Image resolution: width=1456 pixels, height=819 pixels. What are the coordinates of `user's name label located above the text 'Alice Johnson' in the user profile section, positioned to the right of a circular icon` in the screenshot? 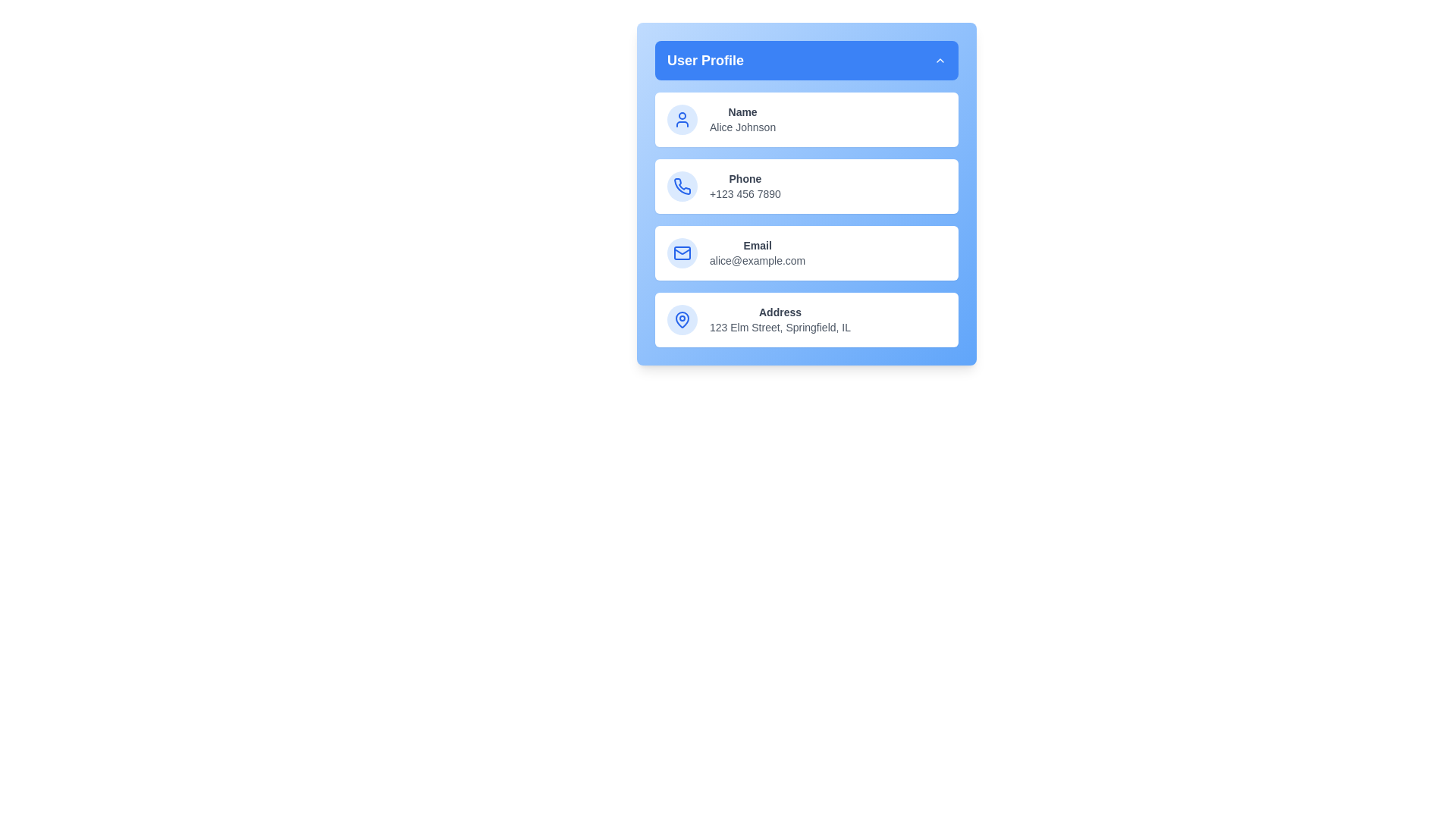 It's located at (742, 111).